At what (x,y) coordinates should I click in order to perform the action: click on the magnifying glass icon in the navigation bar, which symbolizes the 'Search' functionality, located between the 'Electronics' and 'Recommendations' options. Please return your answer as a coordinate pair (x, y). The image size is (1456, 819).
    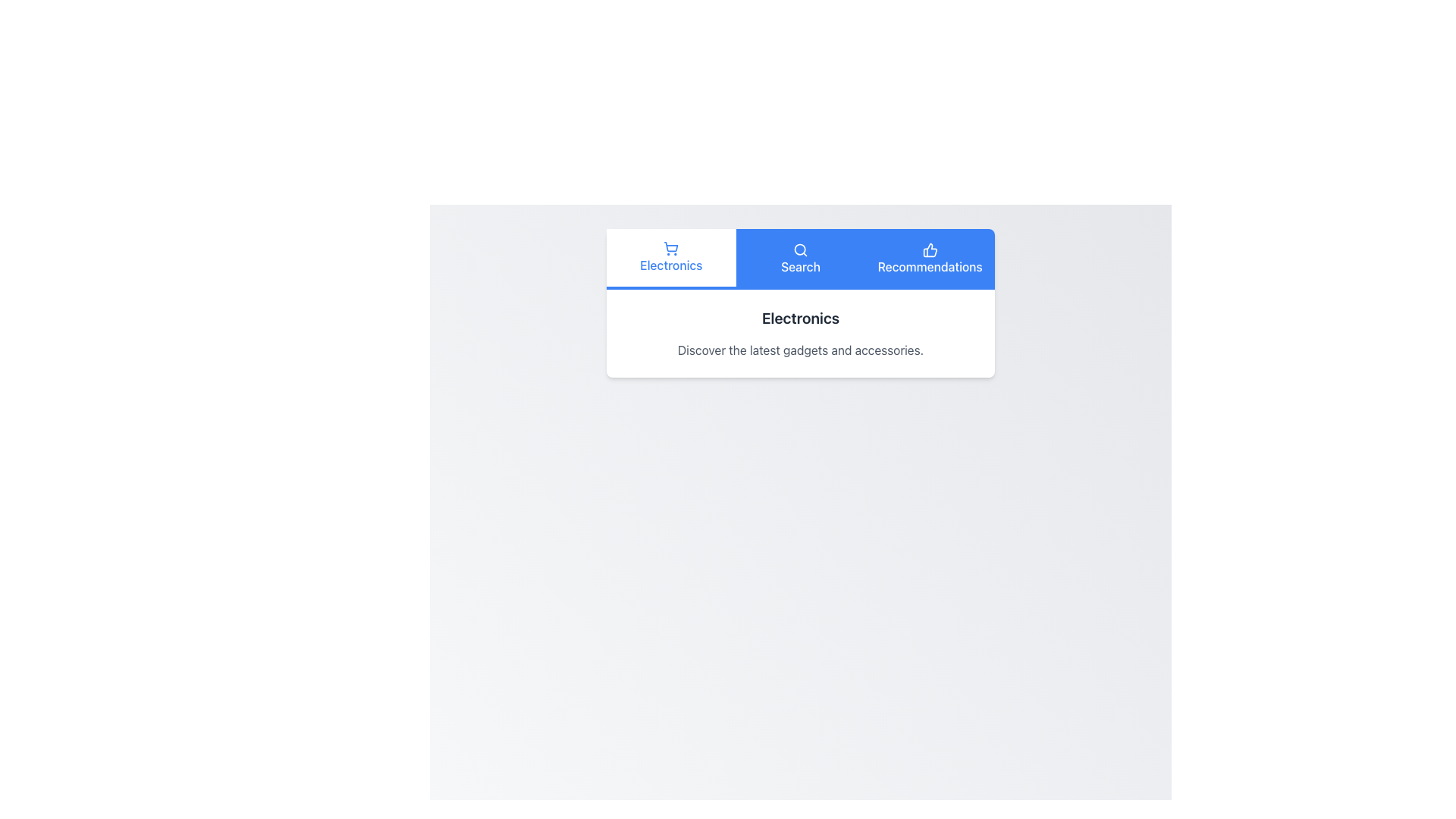
    Looking at the image, I should click on (800, 249).